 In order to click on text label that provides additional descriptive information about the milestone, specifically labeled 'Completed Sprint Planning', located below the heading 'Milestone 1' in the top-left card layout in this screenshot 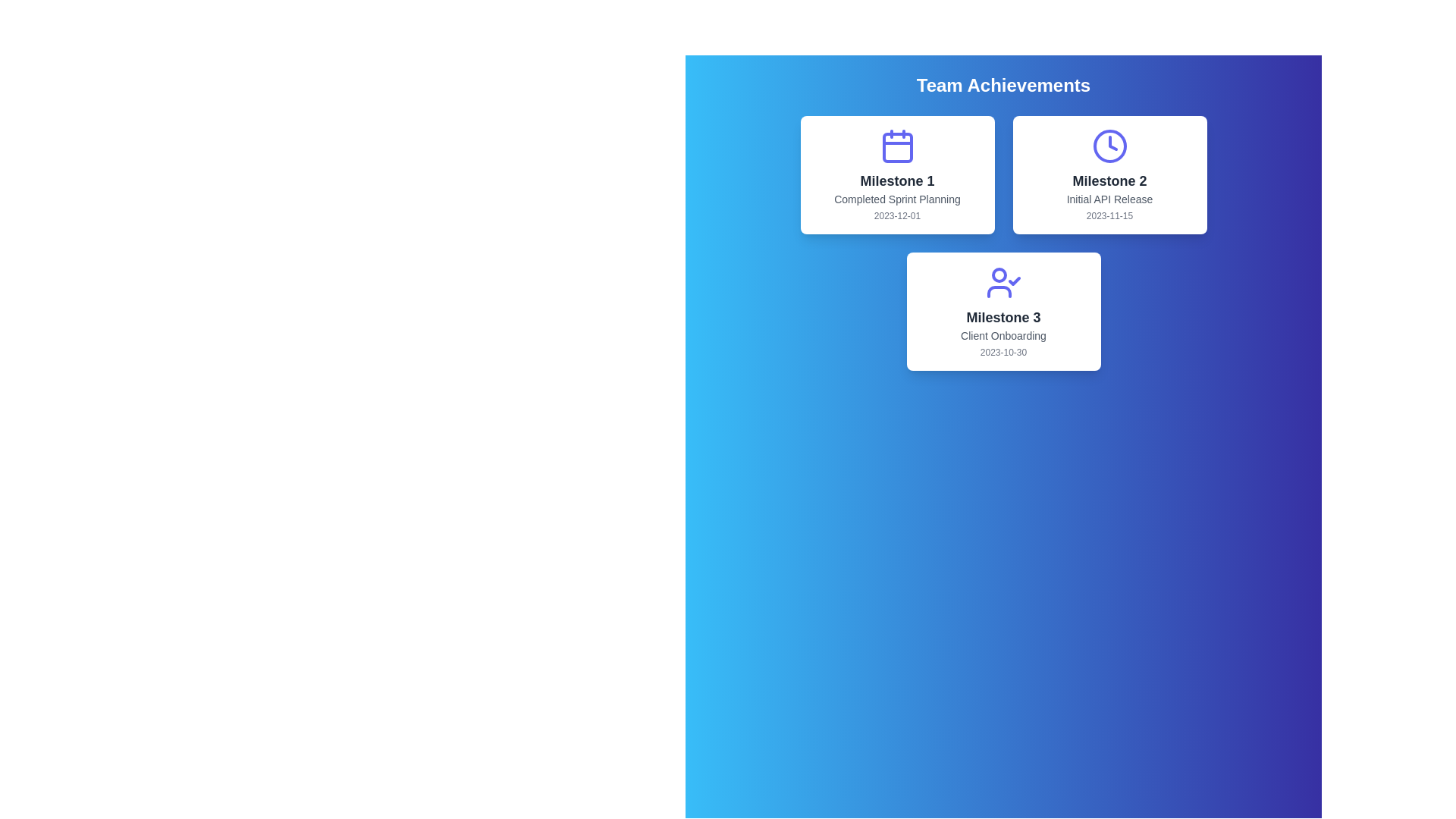, I will do `click(897, 198)`.